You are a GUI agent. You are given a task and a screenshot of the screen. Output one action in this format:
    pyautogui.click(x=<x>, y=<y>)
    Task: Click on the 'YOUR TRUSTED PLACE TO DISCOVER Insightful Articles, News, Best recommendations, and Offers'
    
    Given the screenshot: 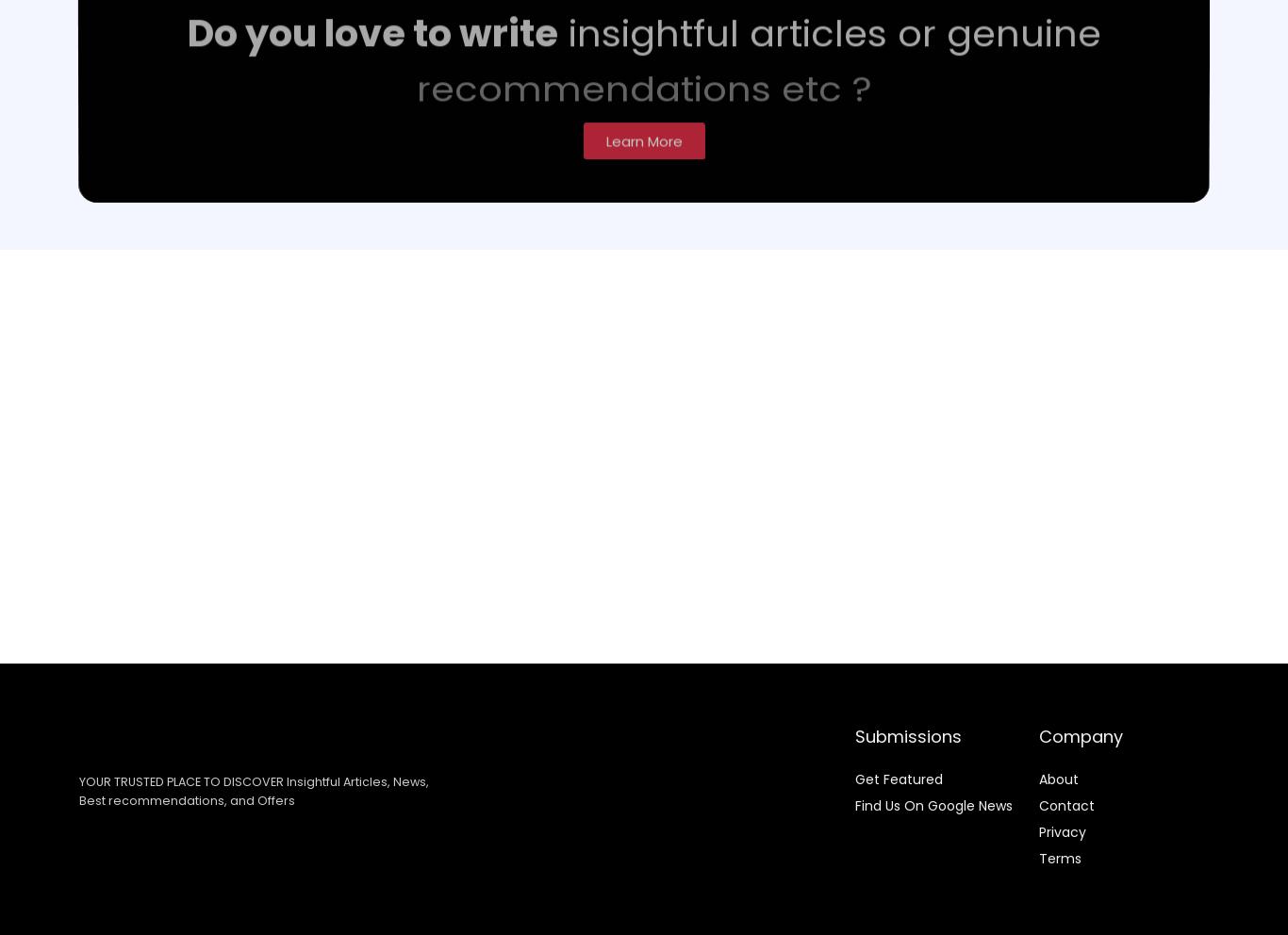 What is the action you would take?
    pyautogui.click(x=253, y=789)
    